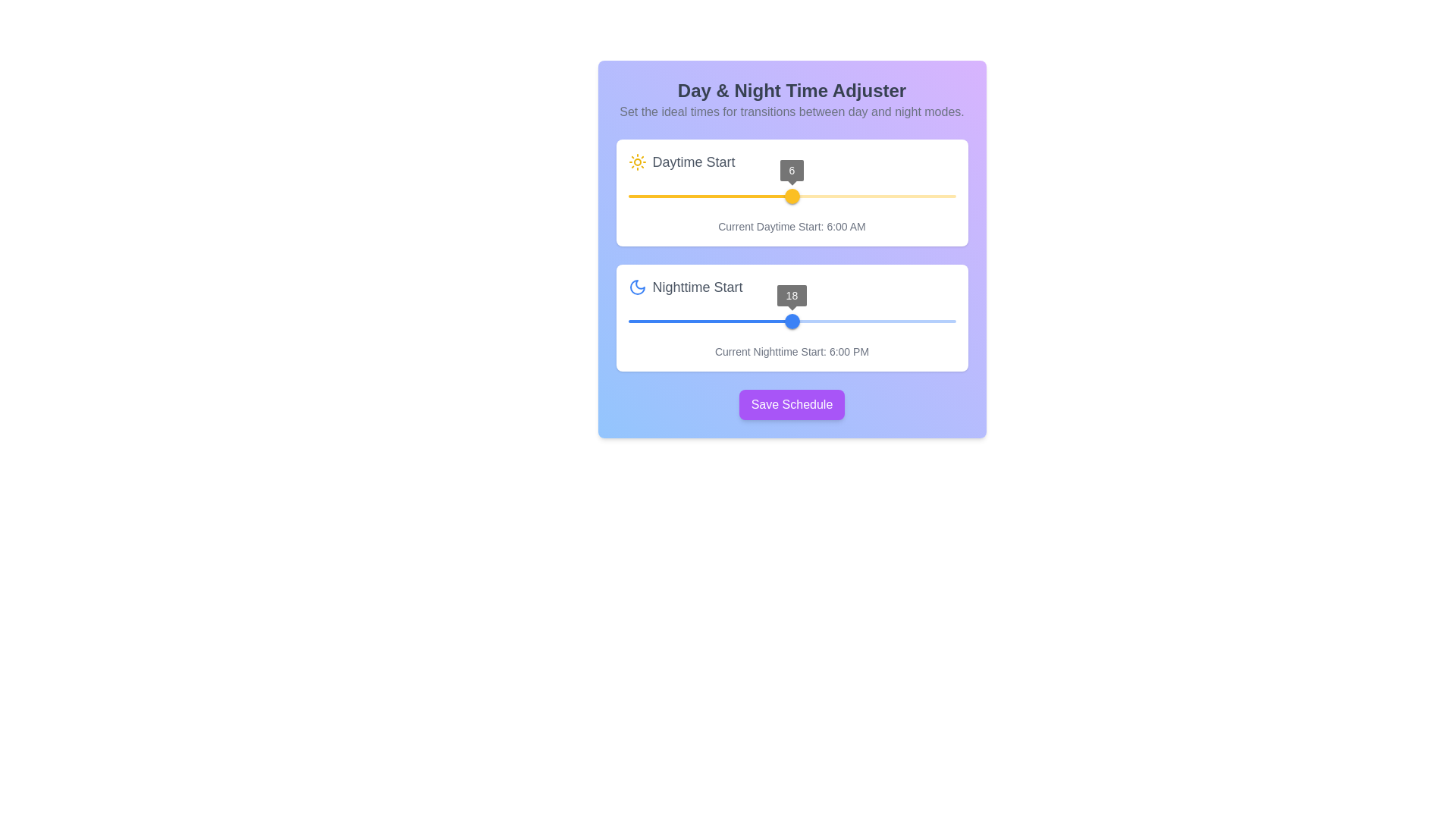  What do you see at coordinates (637, 162) in the screenshot?
I see `the daytime icon located on the left side of the 'Daytime Start' section, above the text 'Daytime Start'` at bounding box center [637, 162].